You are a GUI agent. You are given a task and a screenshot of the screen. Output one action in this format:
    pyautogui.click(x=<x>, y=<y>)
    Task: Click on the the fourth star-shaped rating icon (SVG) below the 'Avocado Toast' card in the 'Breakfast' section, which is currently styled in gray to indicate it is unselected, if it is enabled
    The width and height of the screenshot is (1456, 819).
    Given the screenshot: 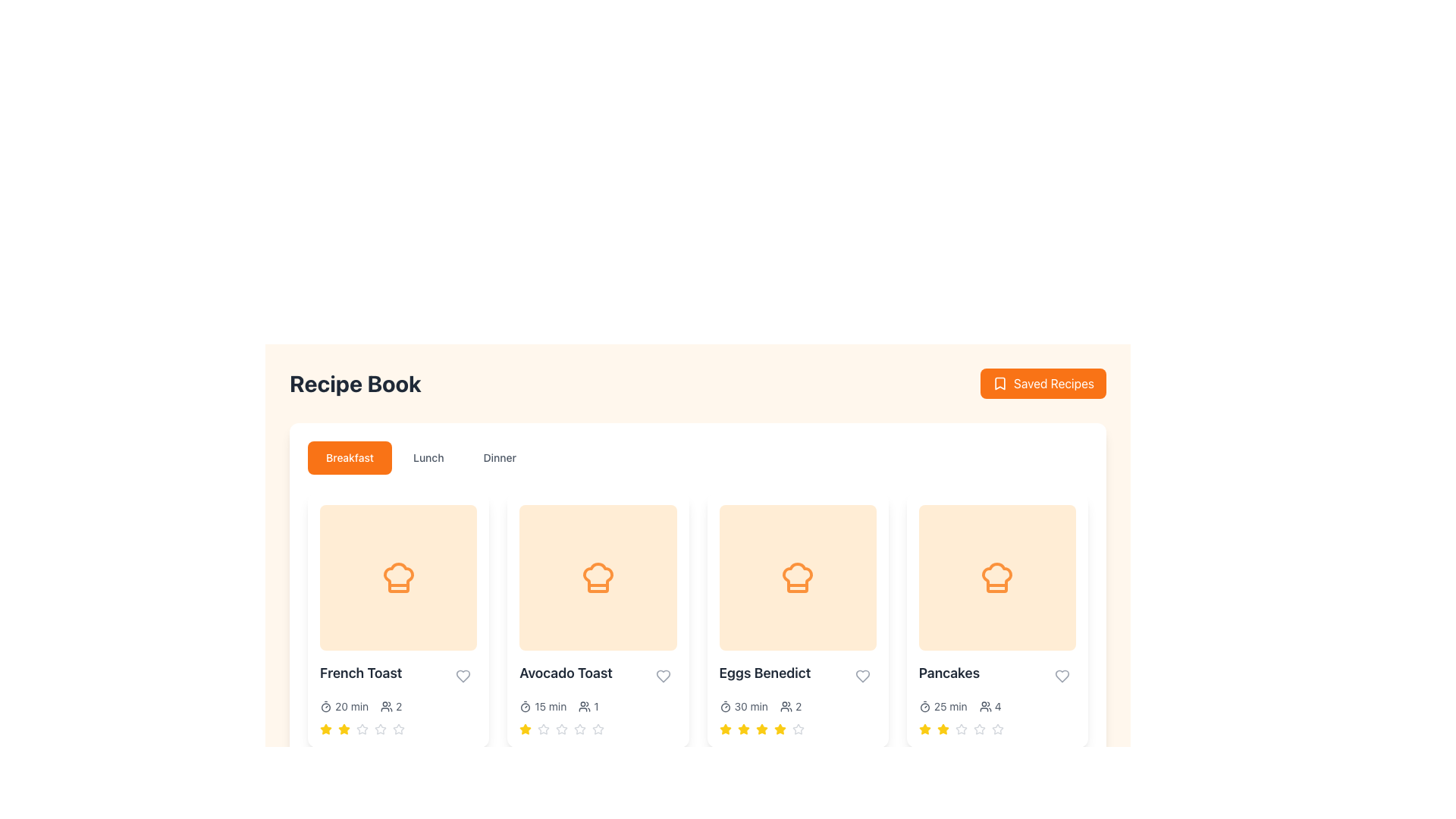 What is the action you would take?
    pyautogui.click(x=579, y=728)
    